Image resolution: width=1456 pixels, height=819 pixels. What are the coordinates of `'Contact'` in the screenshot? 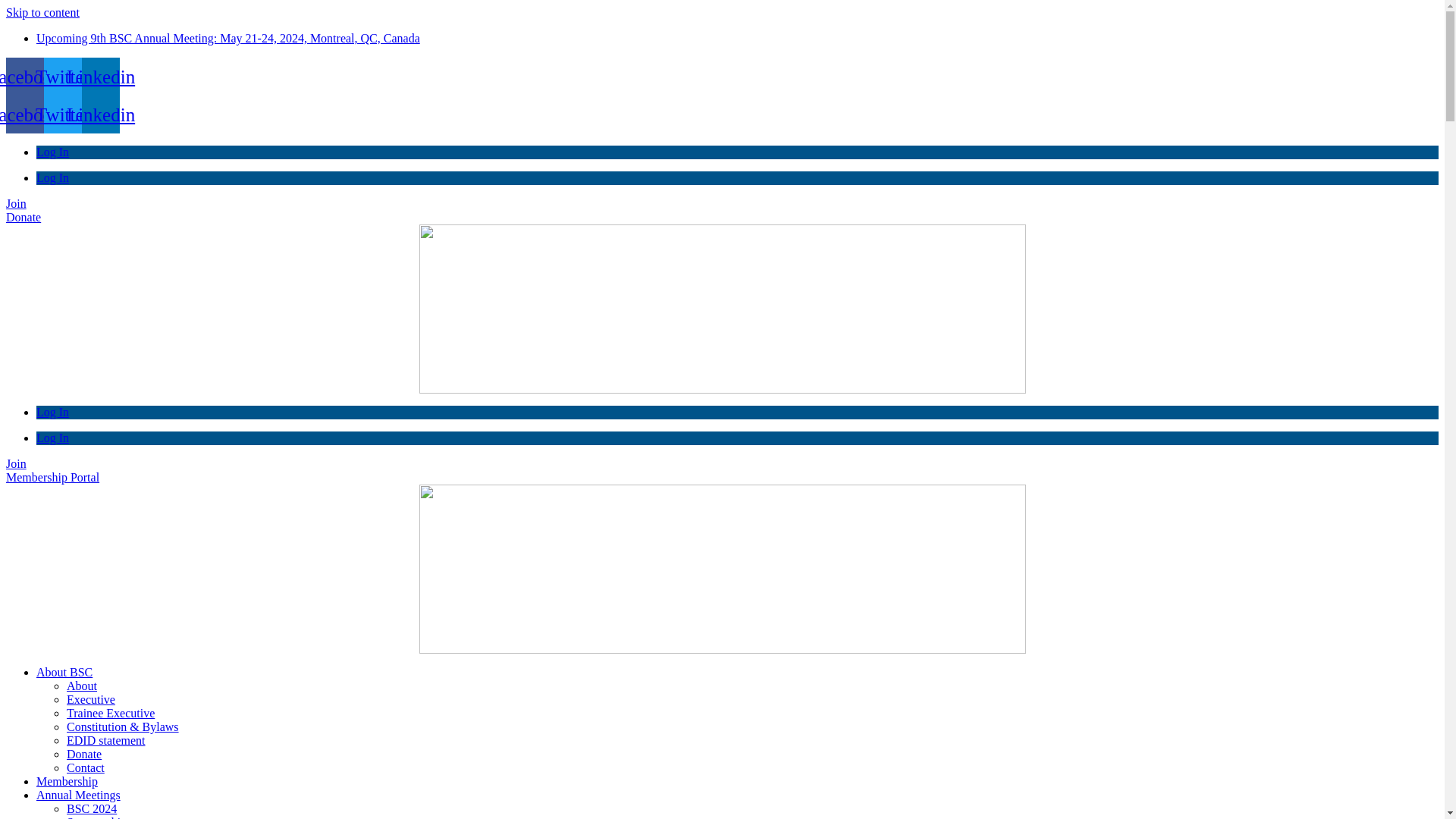 It's located at (85, 767).